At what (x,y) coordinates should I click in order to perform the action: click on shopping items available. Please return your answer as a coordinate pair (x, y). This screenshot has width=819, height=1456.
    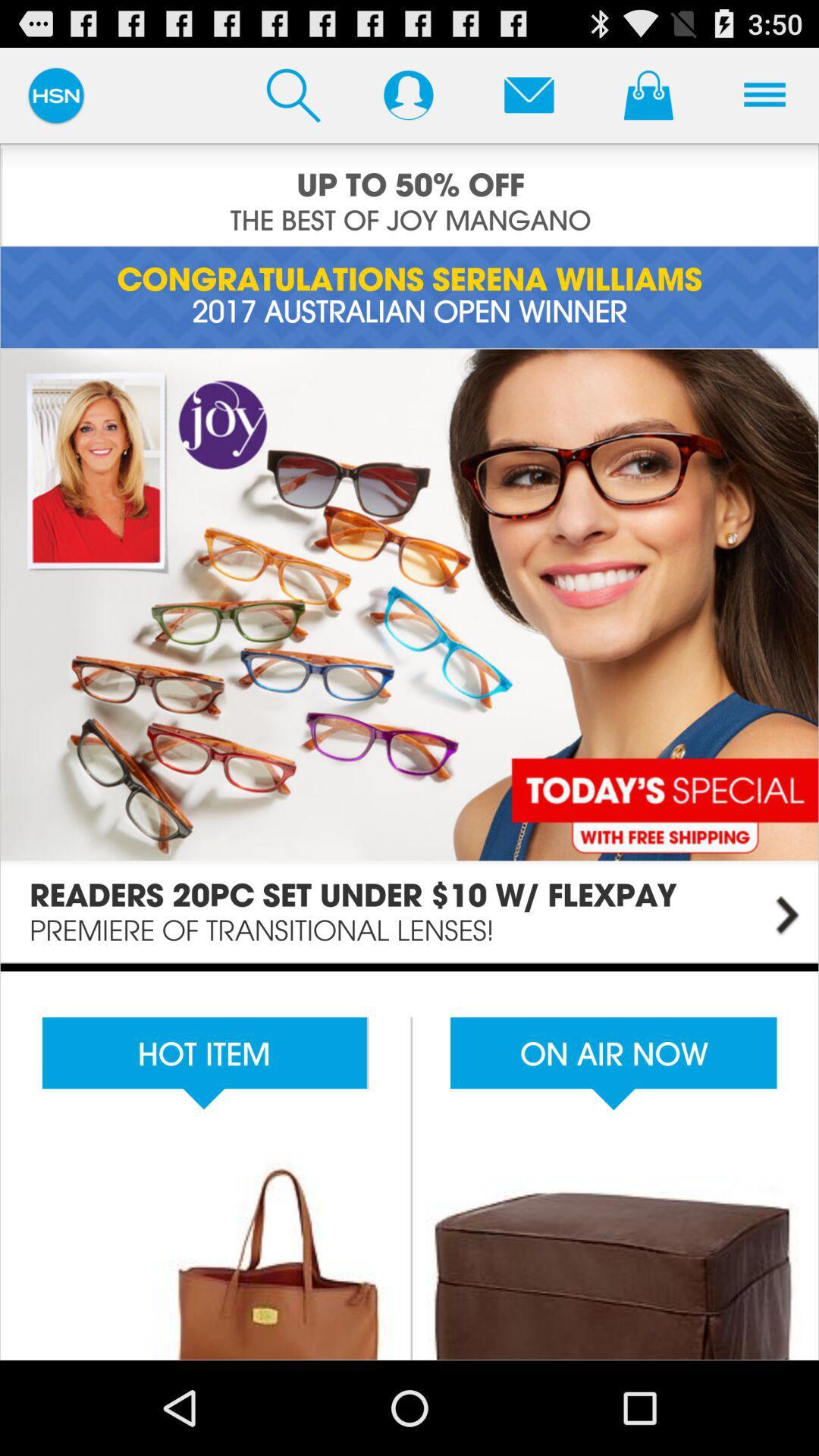
    Looking at the image, I should click on (409, 1160).